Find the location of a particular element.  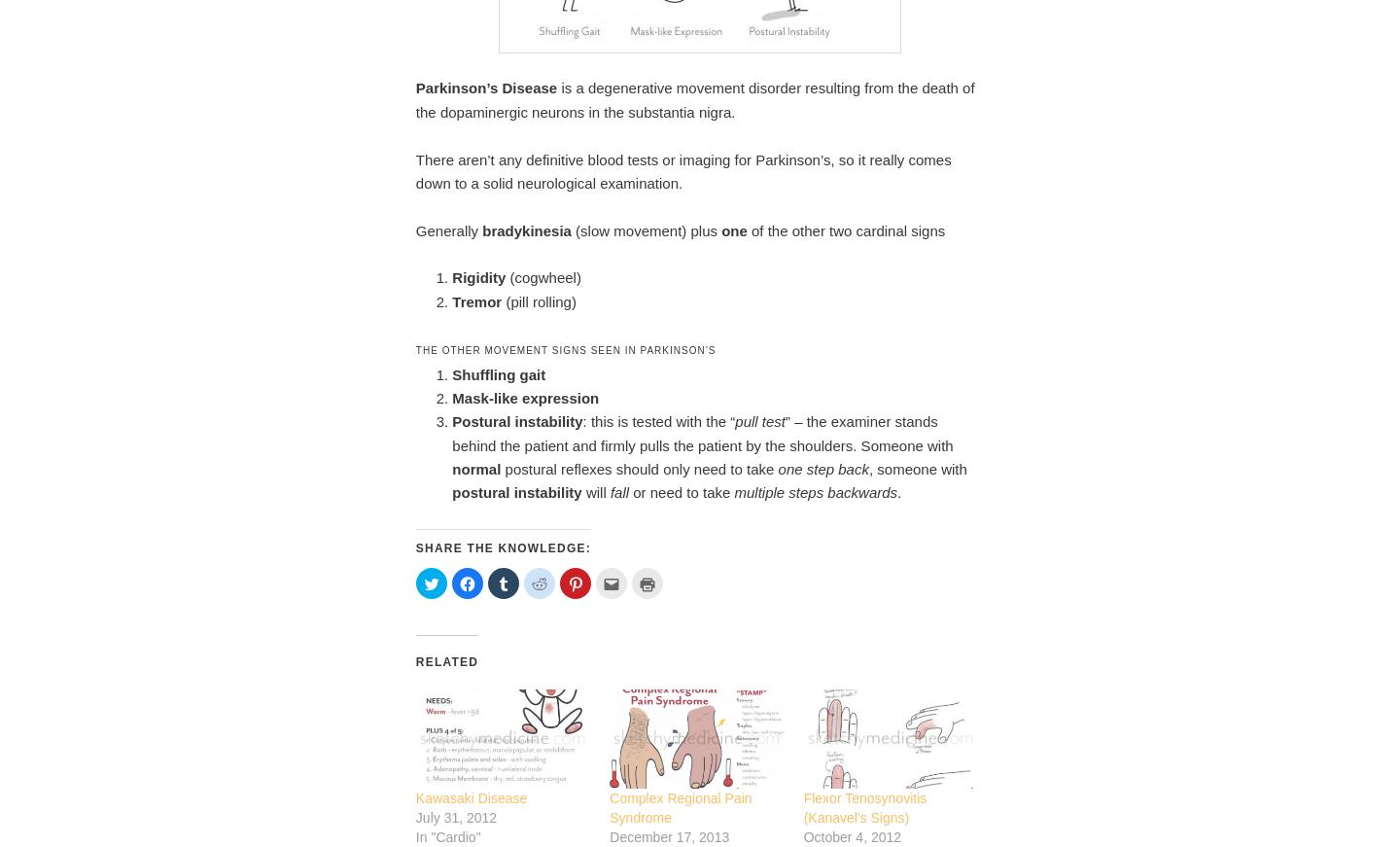

'postural instability' is located at coordinates (515, 492).